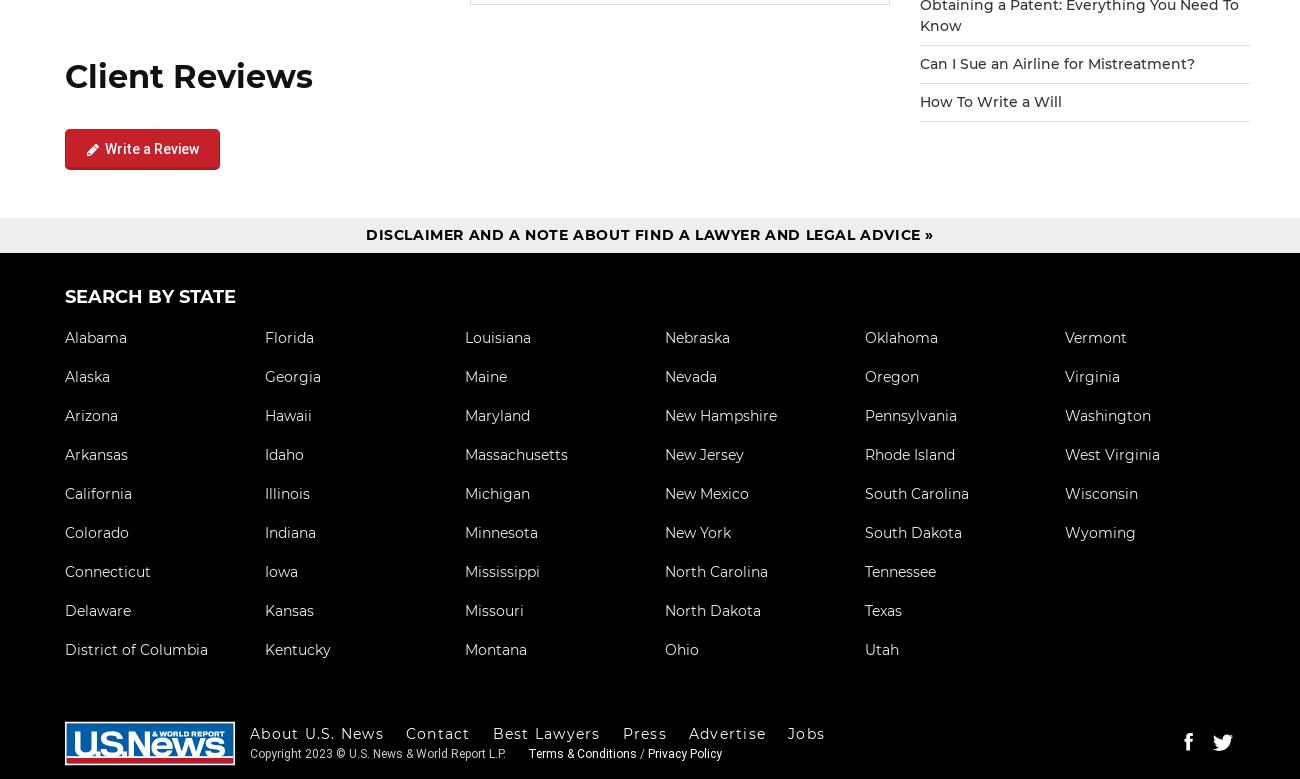 Image resolution: width=1300 pixels, height=779 pixels. Describe the element at coordinates (436, 731) in the screenshot. I see `'Contact'` at that location.